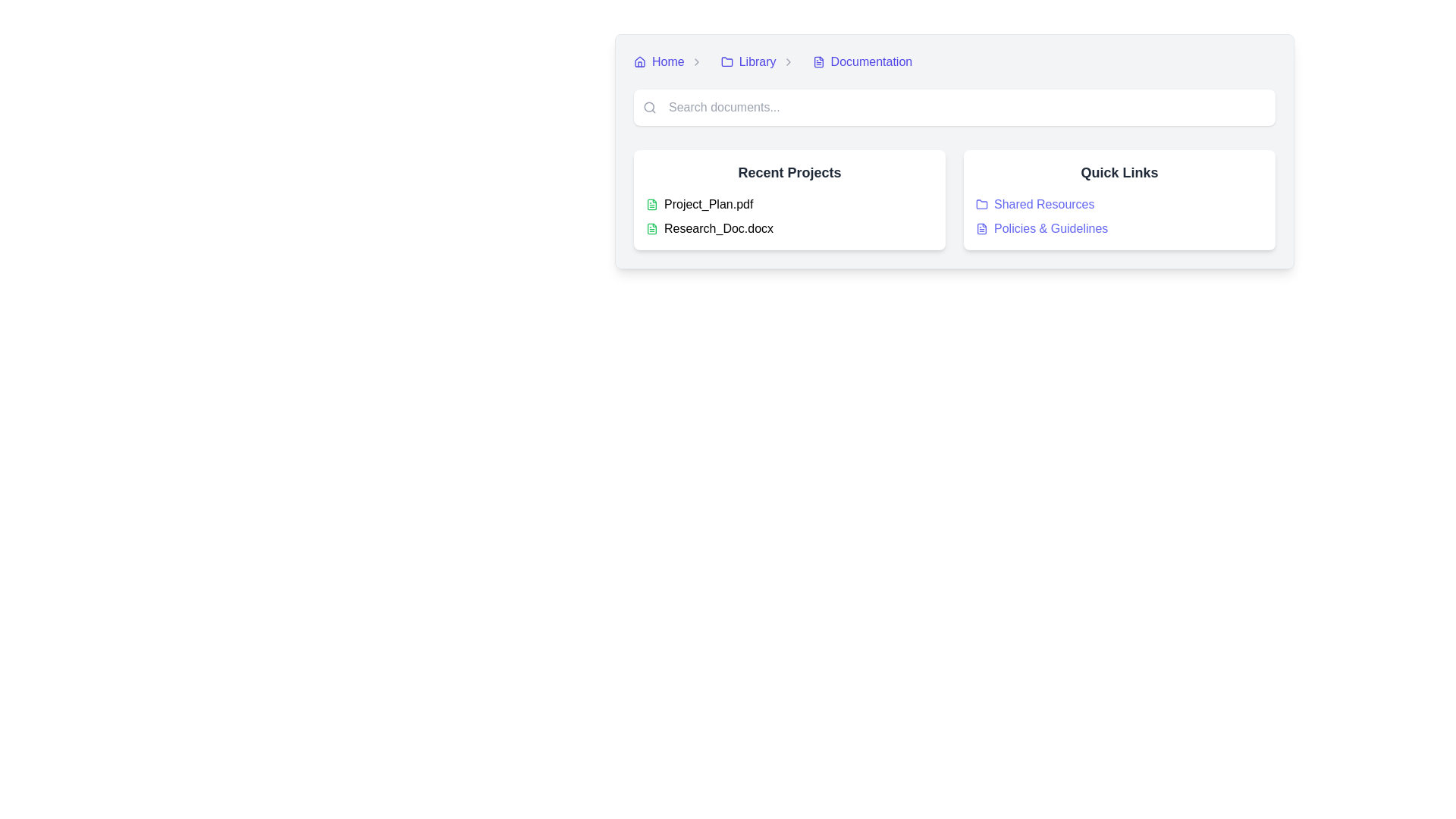 This screenshot has height=819, width=1456. What do you see at coordinates (982, 203) in the screenshot?
I see `the stylized folder icon located in the 'Quick Links' section, which is positioned to the left of the 'Shared Resources' link text` at bounding box center [982, 203].